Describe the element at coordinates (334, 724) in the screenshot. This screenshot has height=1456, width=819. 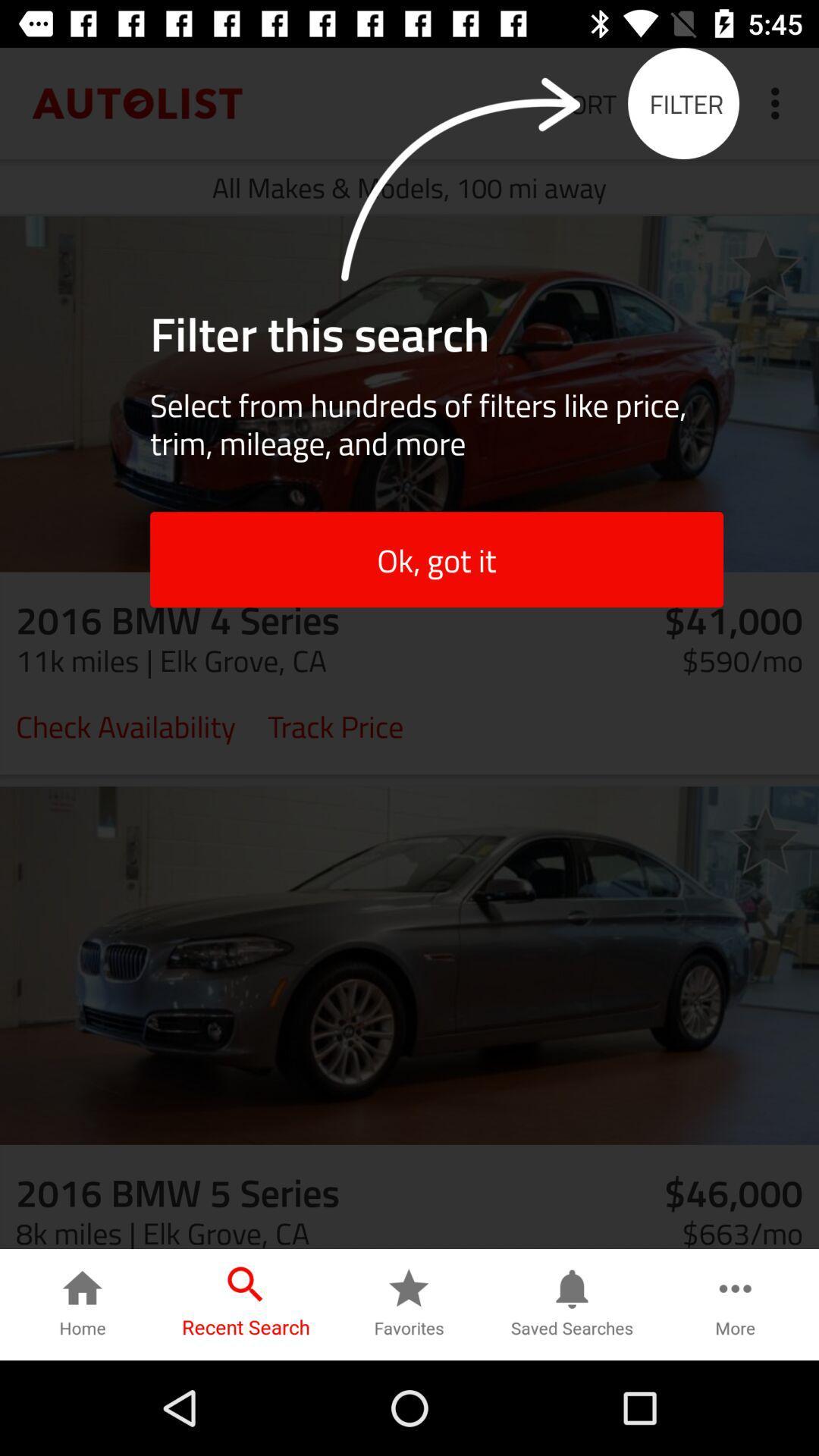
I see `icon next to the $590/mo` at that location.